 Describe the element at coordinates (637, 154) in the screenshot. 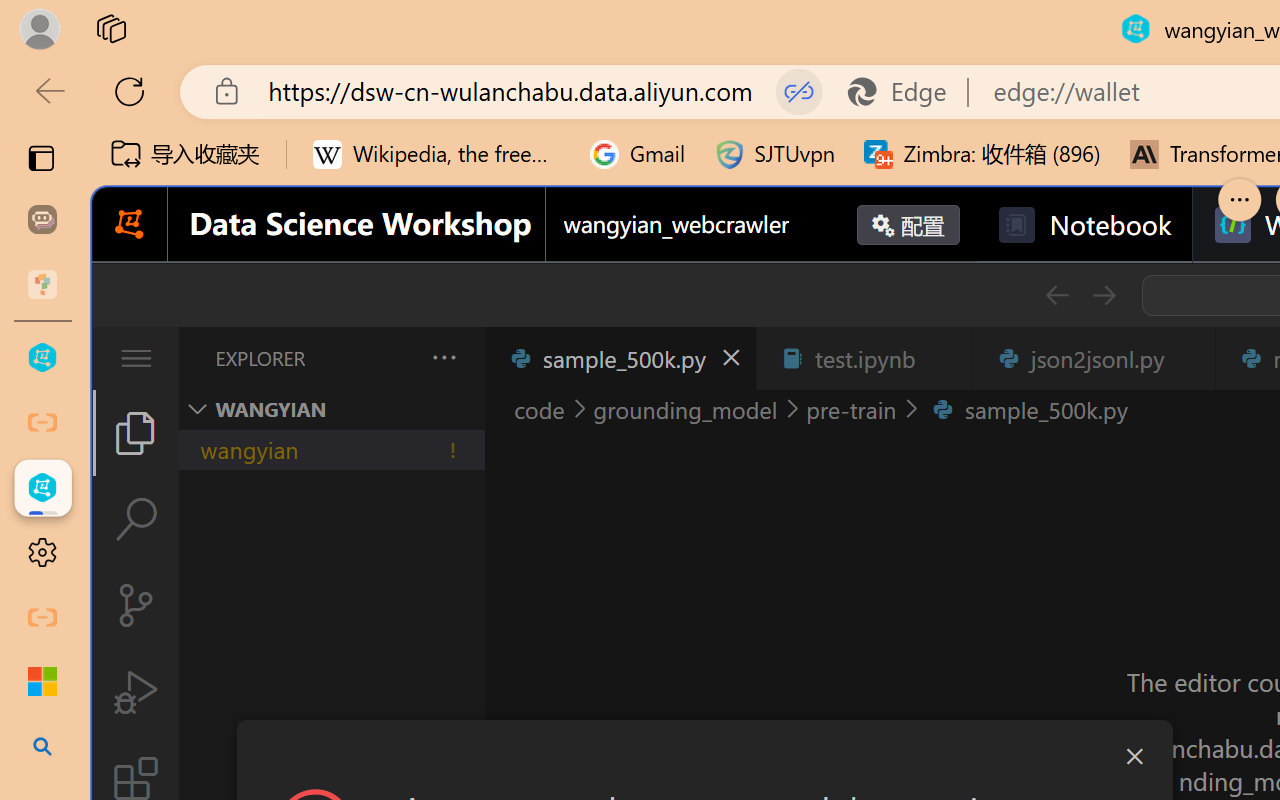

I see `'Gmail'` at that location.